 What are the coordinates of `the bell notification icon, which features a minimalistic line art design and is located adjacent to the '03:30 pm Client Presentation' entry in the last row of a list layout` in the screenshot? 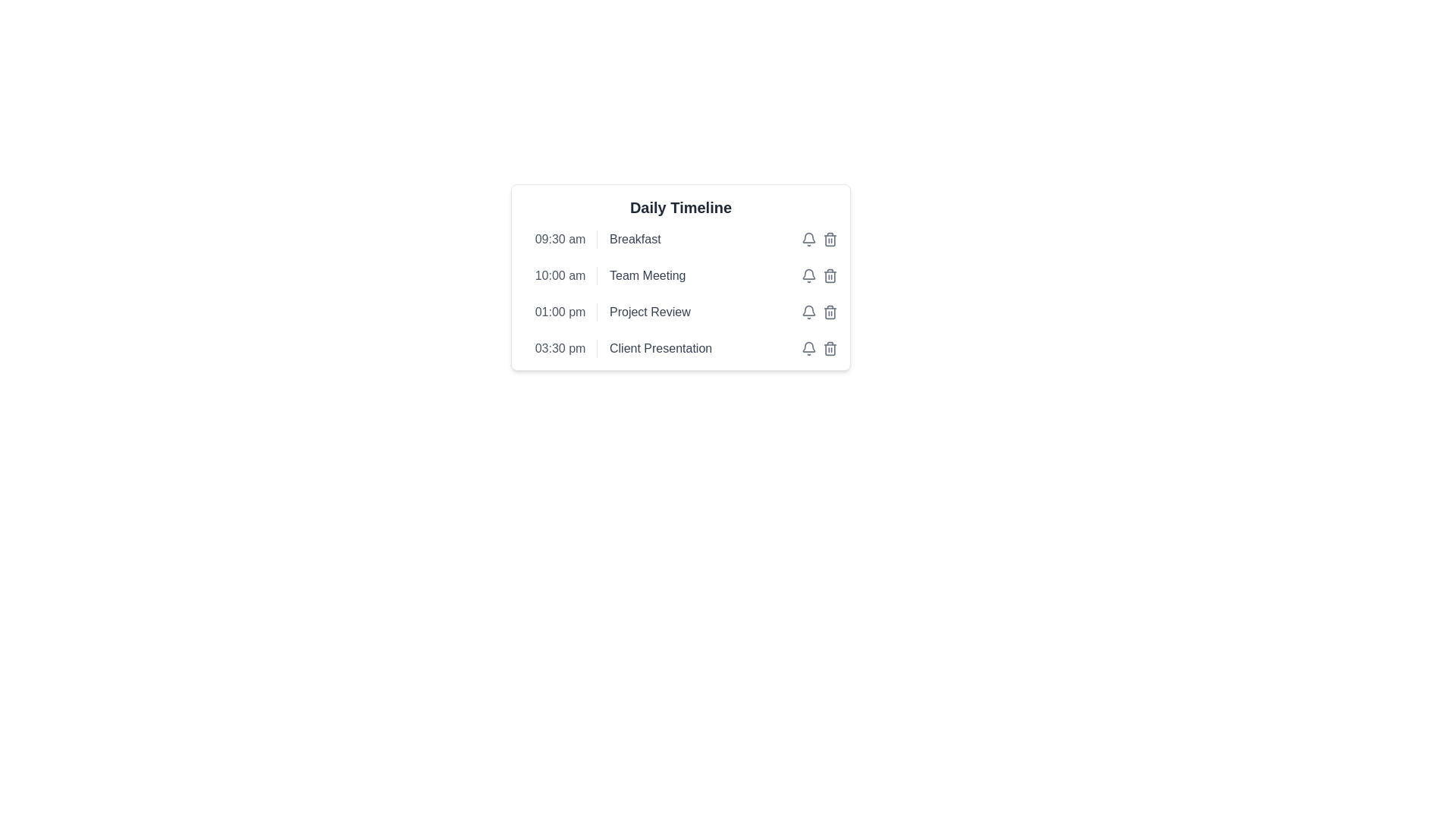 It's located at (808, 347).